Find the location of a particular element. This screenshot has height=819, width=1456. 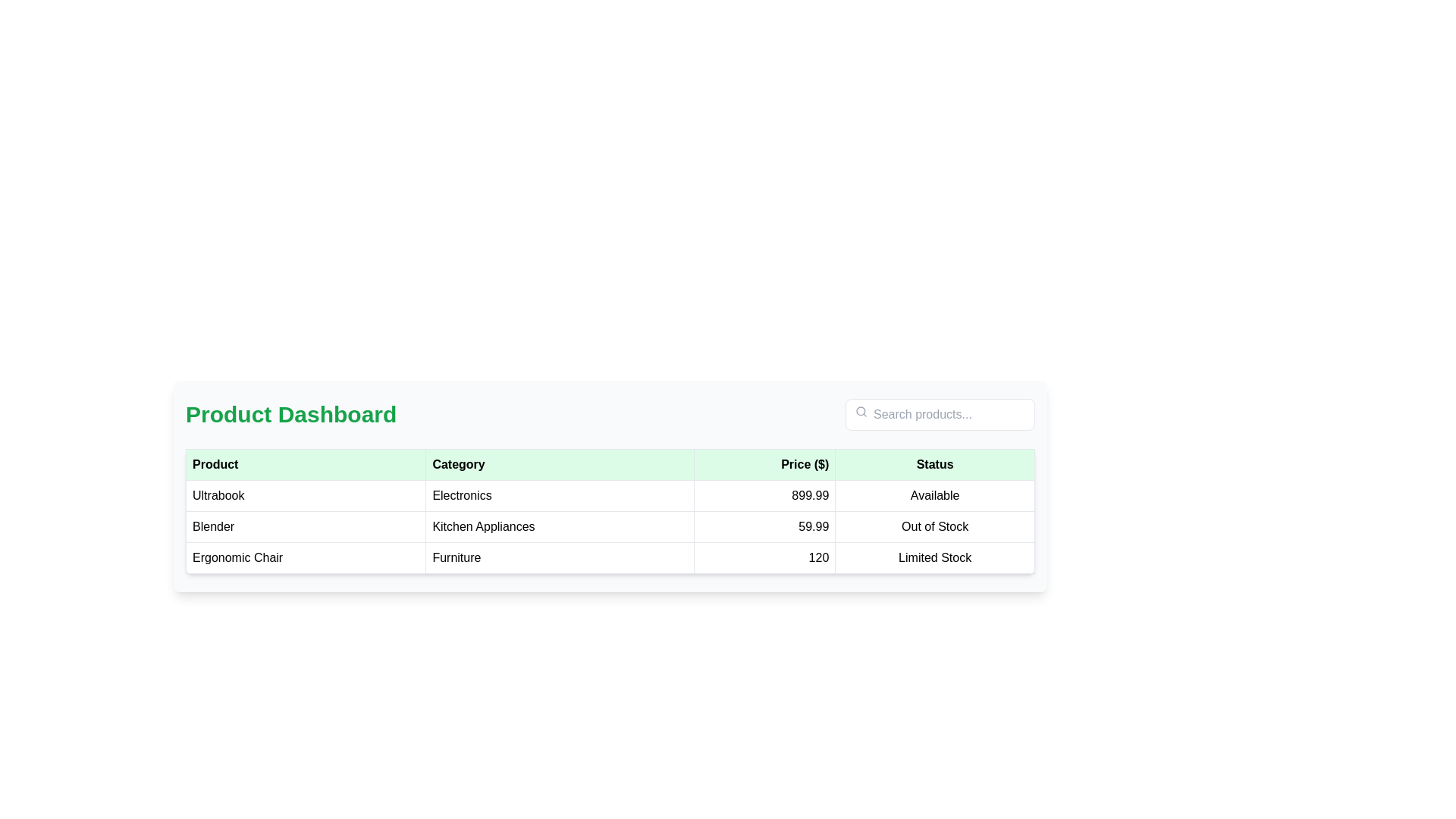

the static text label displaying 'Product Dashboard' which is styled in green, large, and bold at the top-left corner of the interface is located at coordinates (291, 415).